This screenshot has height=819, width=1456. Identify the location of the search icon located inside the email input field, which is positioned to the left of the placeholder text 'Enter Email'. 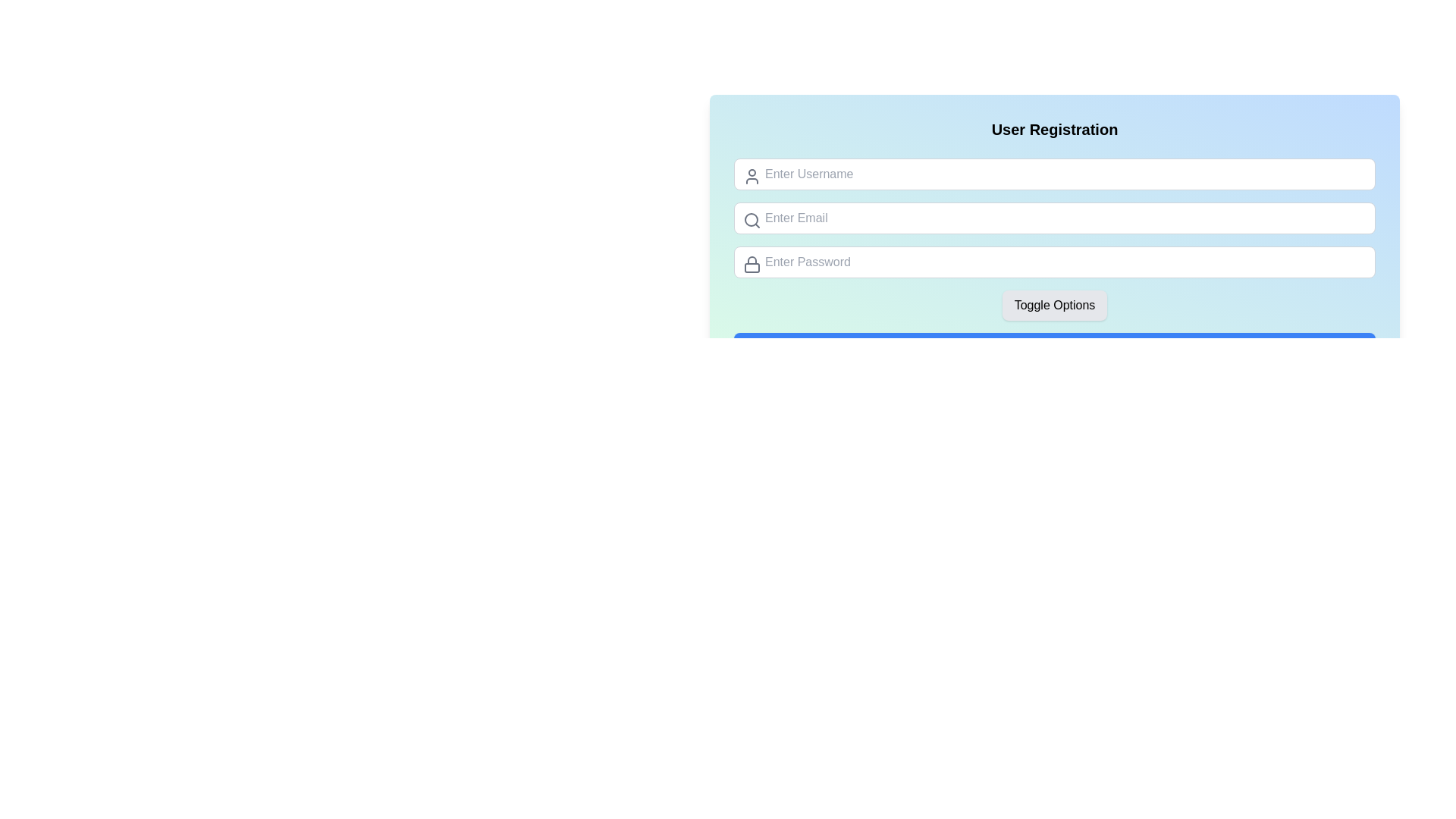
(752, 220).